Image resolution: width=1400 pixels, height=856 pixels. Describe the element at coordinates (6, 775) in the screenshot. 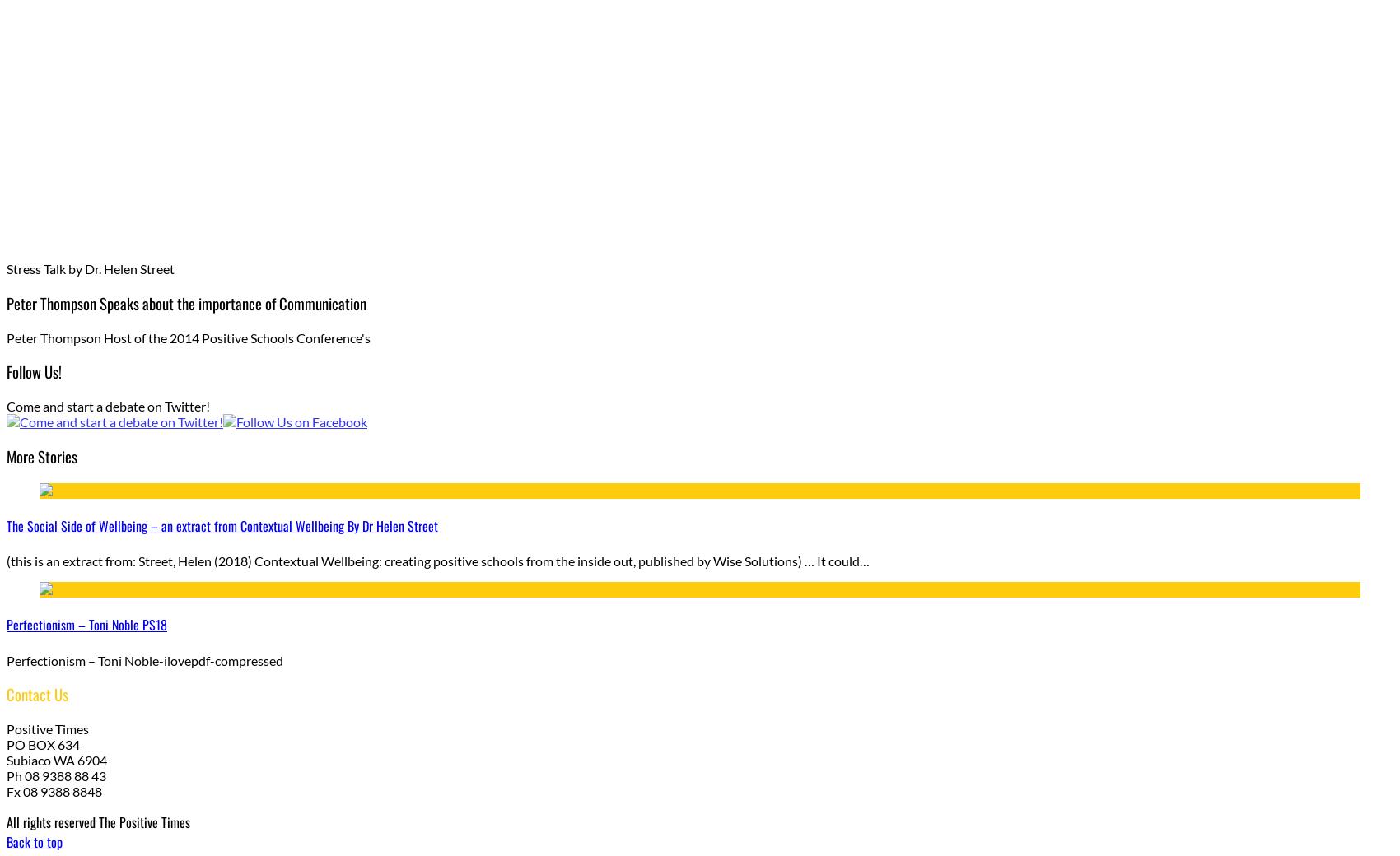

I see `'Ph 08 9388 88 43'` at that location.